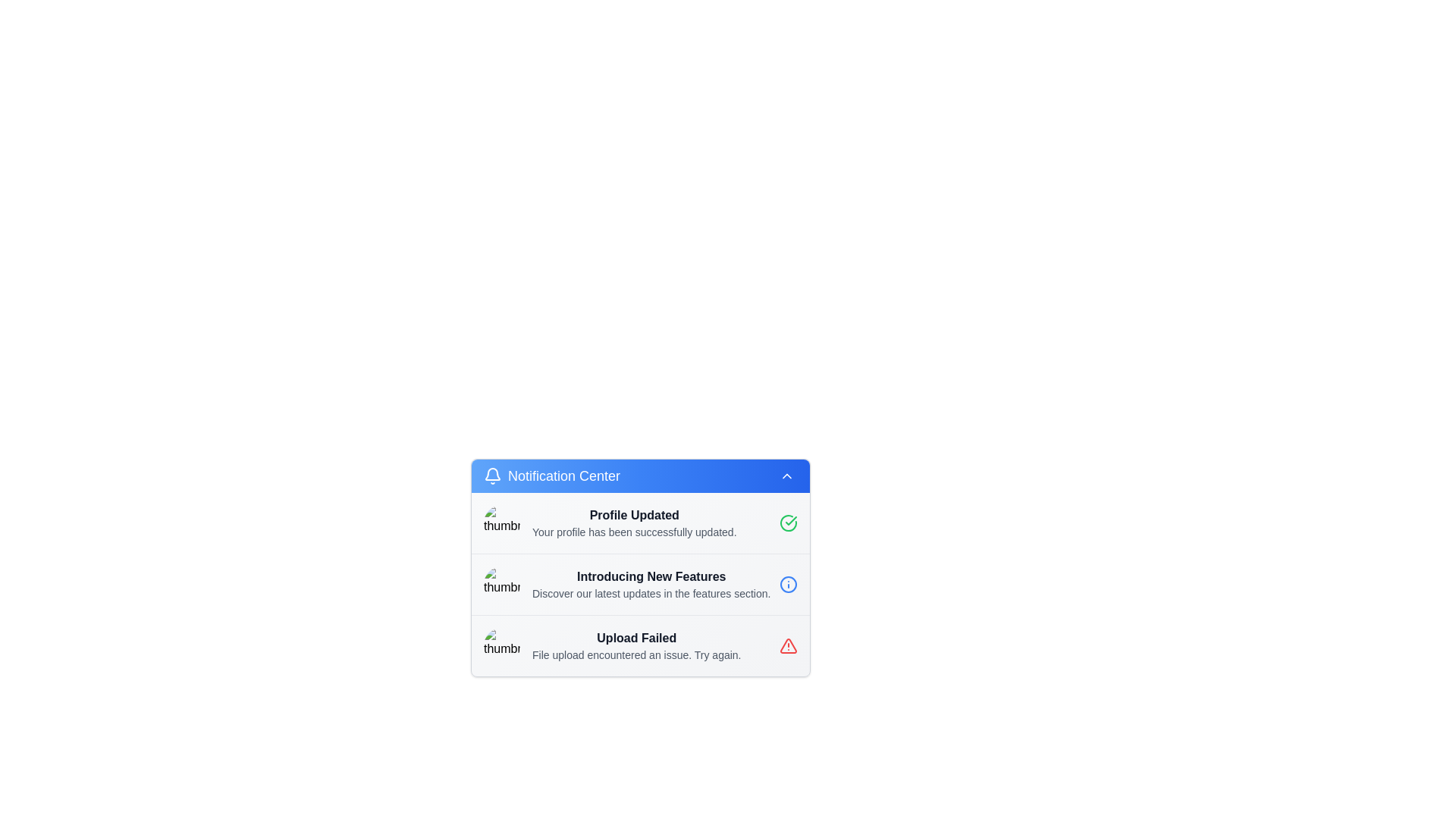  Describe the element at coordinates (640, 522) in the screenshot. I see `text content of the first notification entry in the Notification Center, which includes the bolded title 'Profile Updated' and the descriptive text 'Your profile has been successfully updated.'` at that location.